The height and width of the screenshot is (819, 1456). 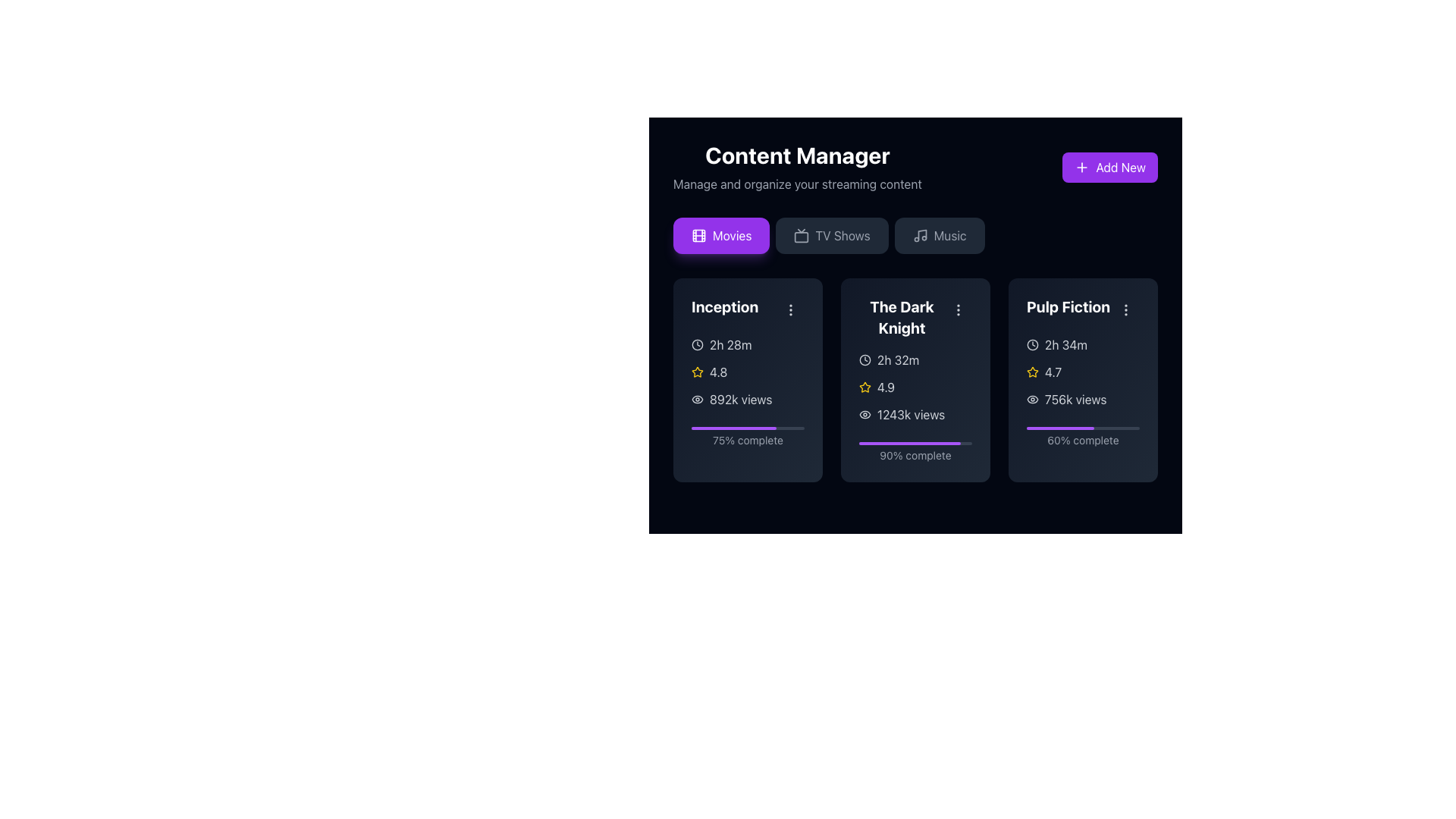 I want to click on the navigation Text Label that displays TV show-specific information, which is located centrally among the menu options, flanked by 'Movies' and 'Music', so click(x=842, y=236).